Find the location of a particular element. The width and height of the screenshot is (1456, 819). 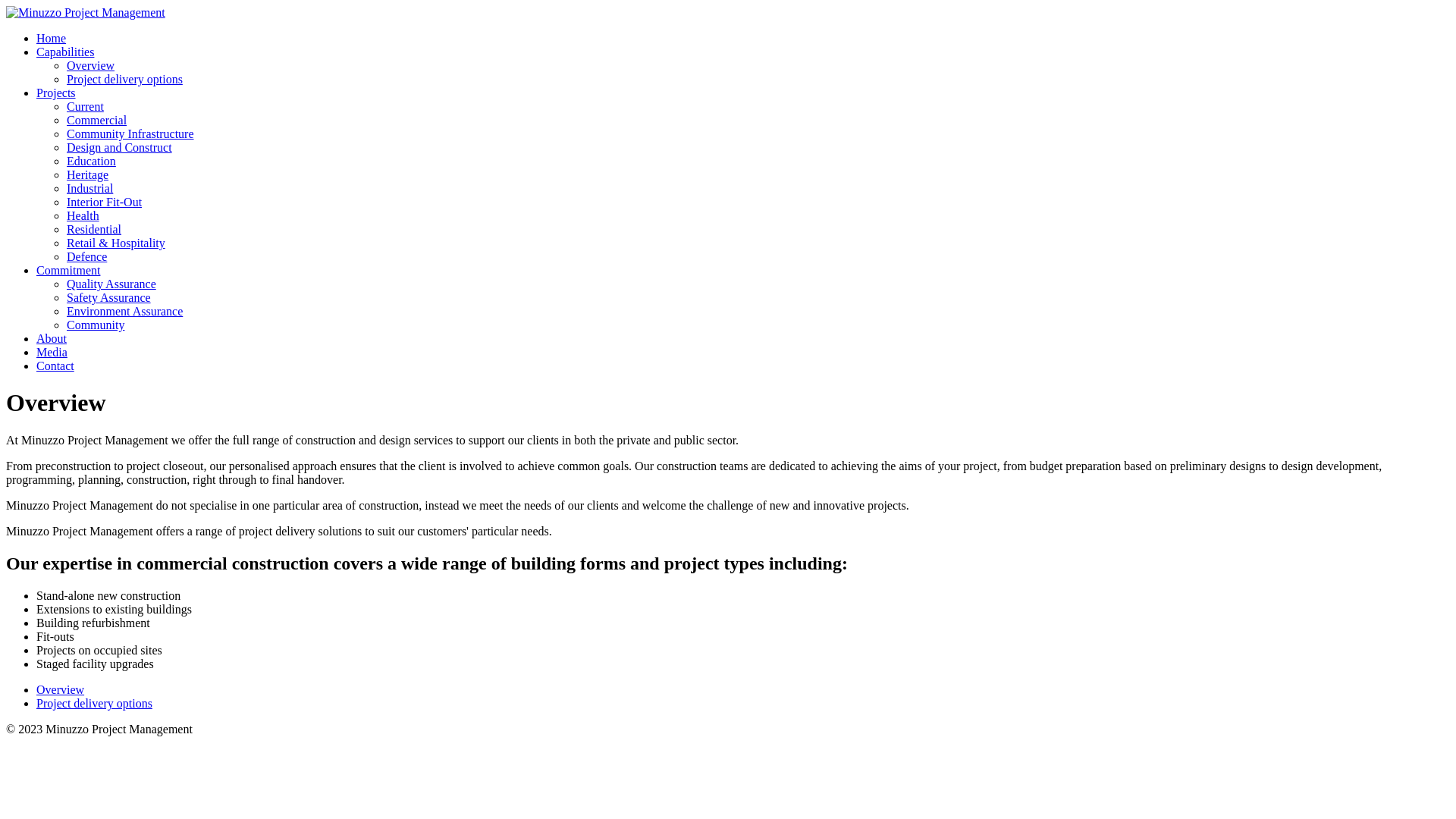

'Quality Assurance' is located at coordinates (111, 284).